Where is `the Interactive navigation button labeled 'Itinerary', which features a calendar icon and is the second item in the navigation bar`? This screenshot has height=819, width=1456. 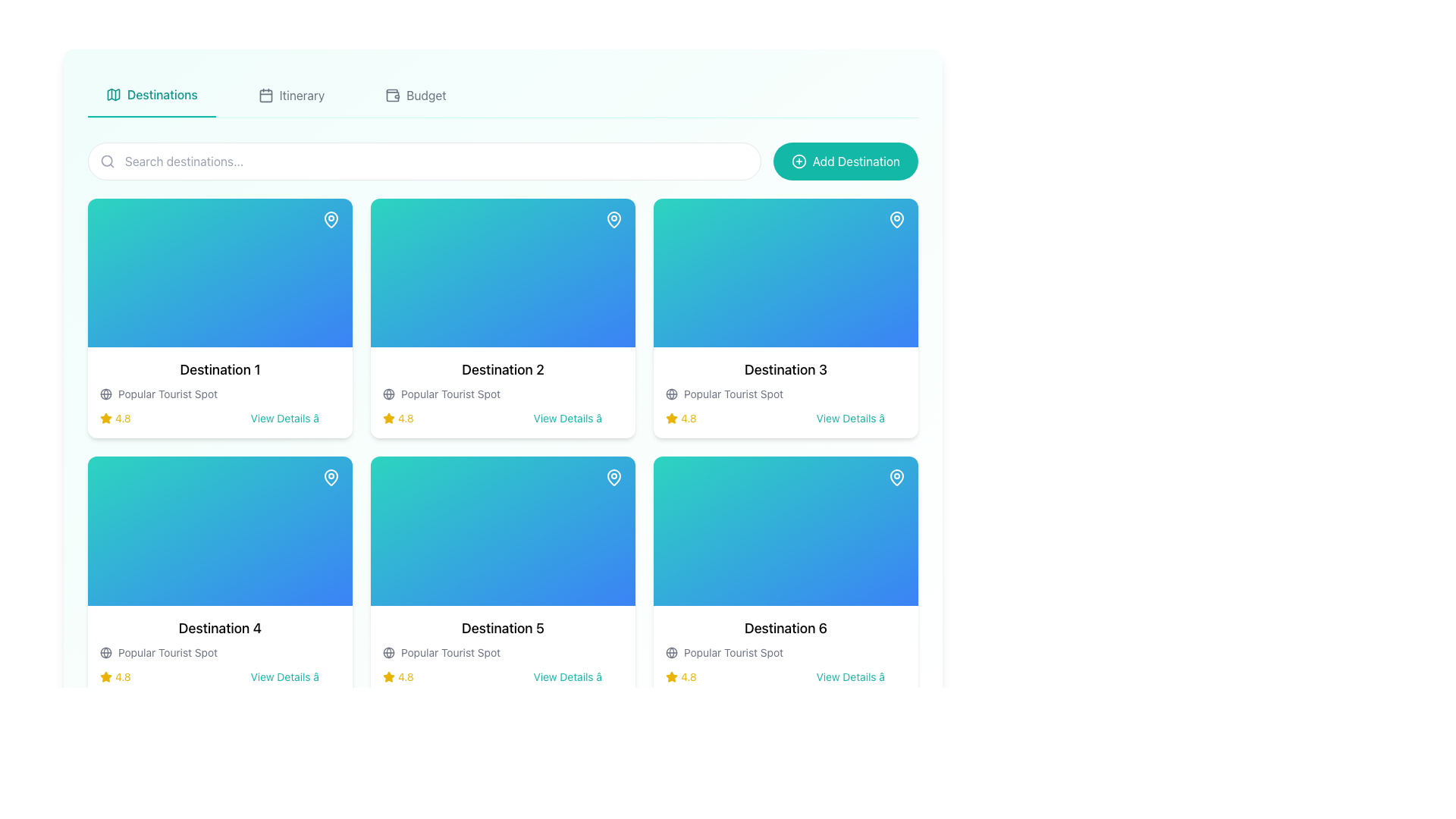
the Interactive navigation button labeled 'Itinerary', which features a calendar icon and is the second item in the navigation bar is located at coordinates (291, 96).